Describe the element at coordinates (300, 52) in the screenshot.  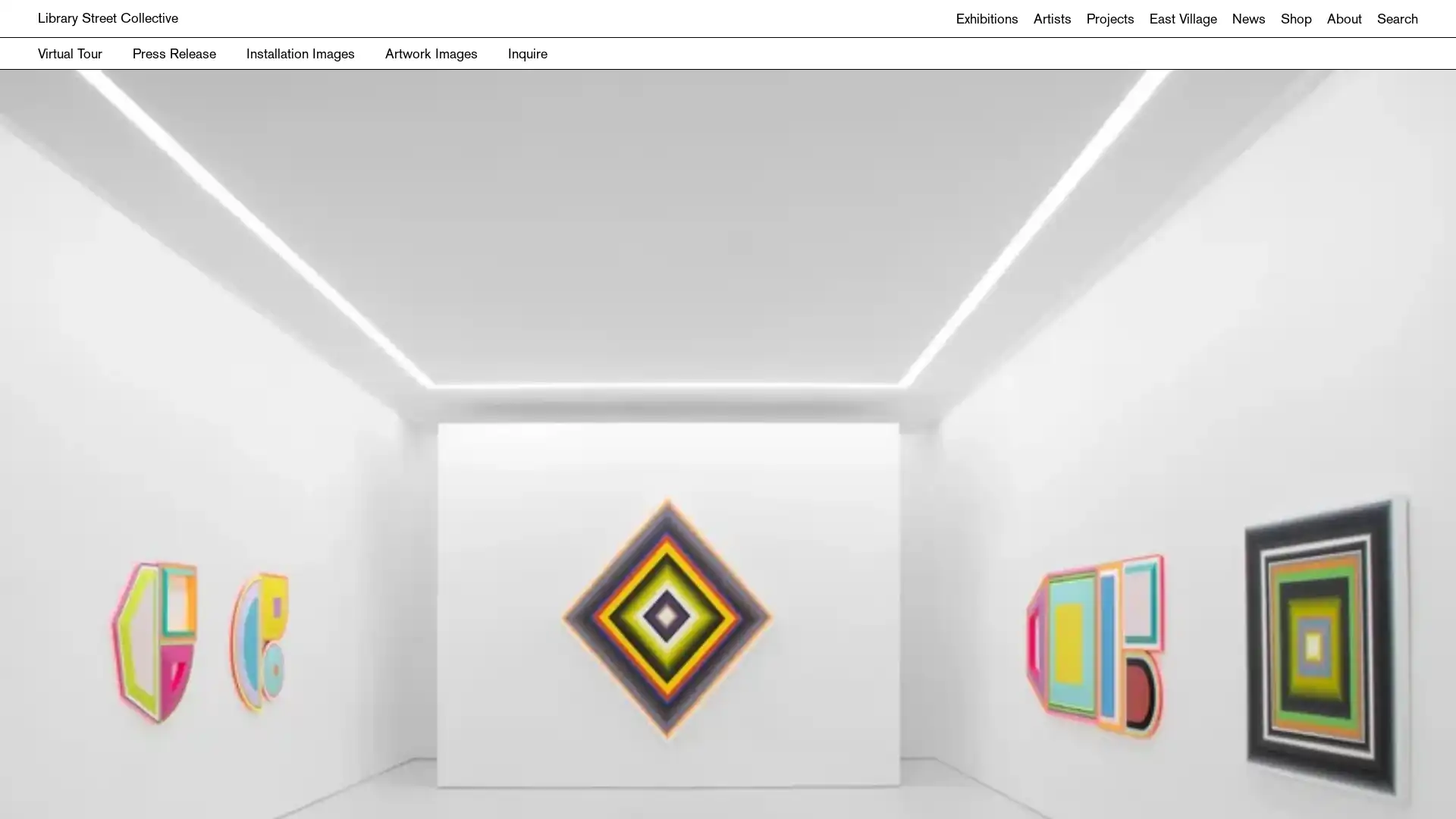
I see `Installation Images` at that location.